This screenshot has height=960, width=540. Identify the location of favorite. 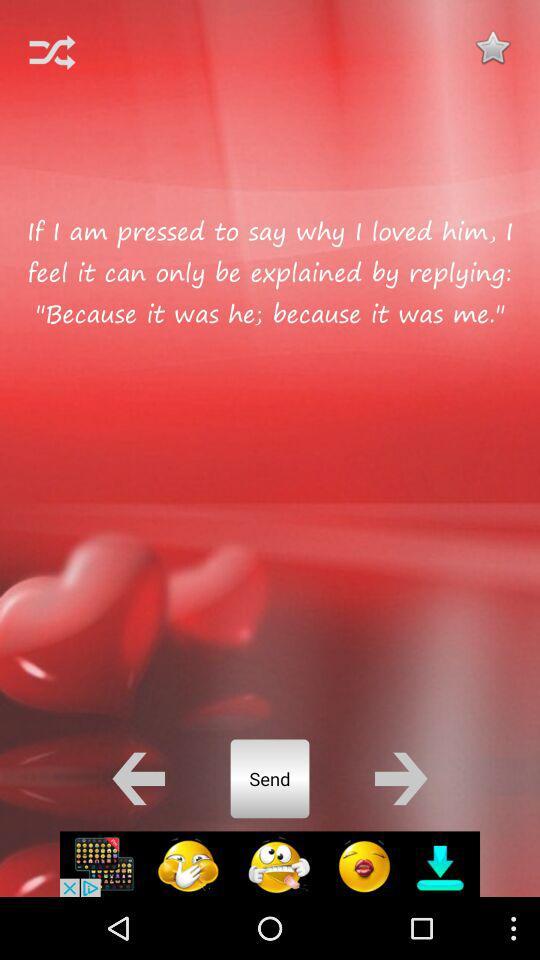
(491, 46).